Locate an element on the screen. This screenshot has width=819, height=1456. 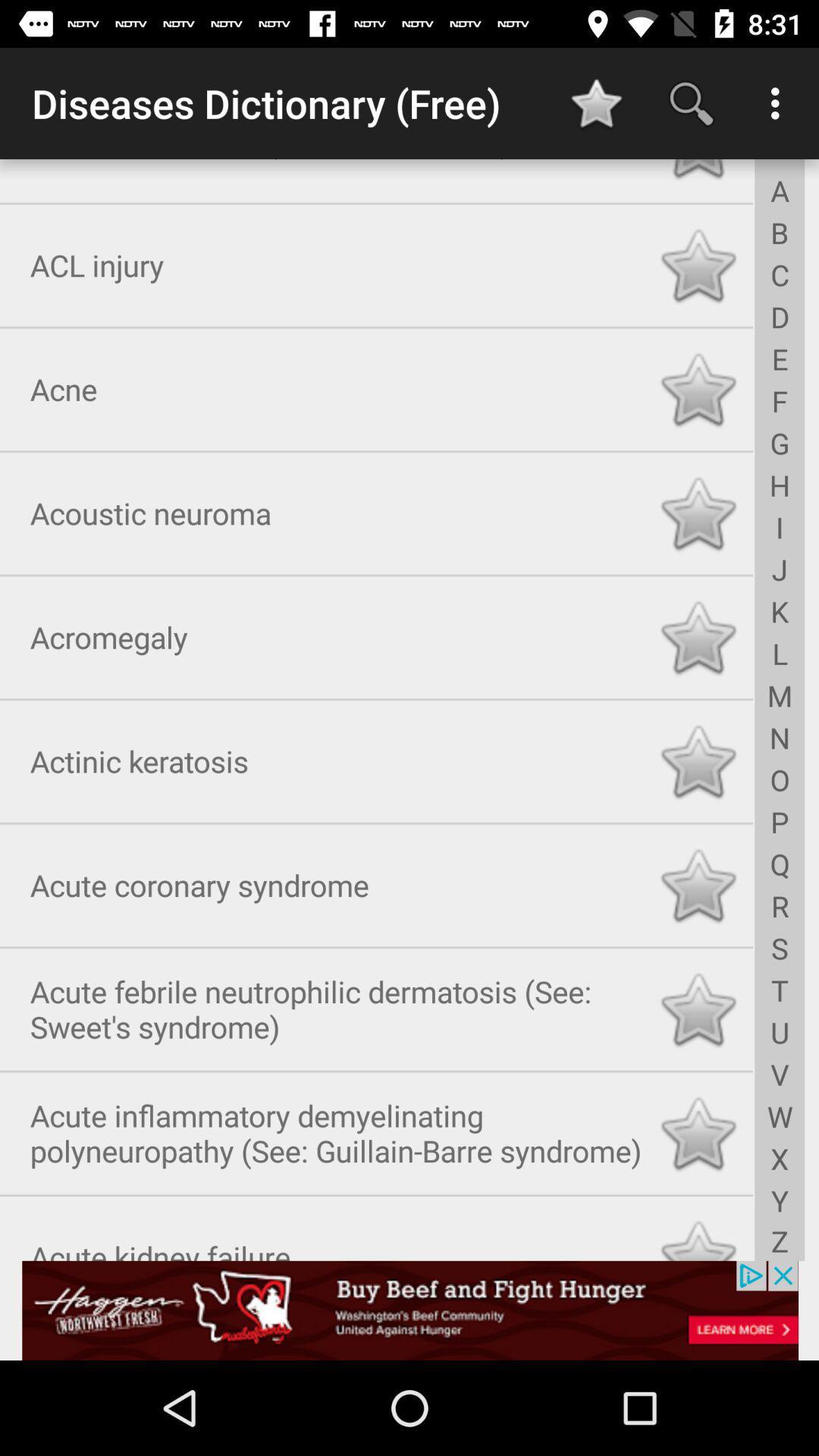
favourites is located at coordinates (698, 1235).